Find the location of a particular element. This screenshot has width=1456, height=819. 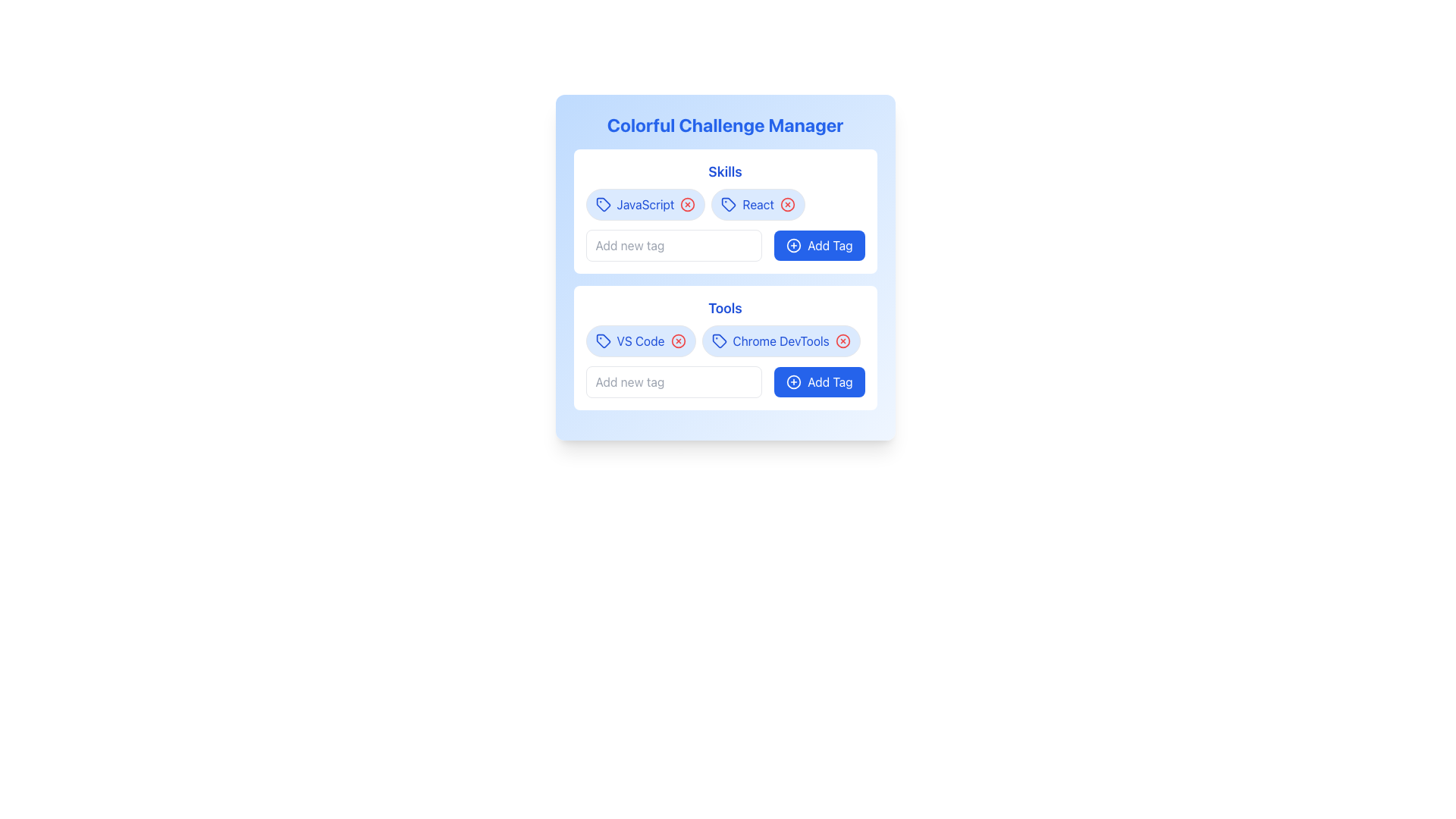

the circular red 'X' button with a red border located in the 'Chrome DevTools' tag within the 'Tools' section is located at coordinates (842, 341).